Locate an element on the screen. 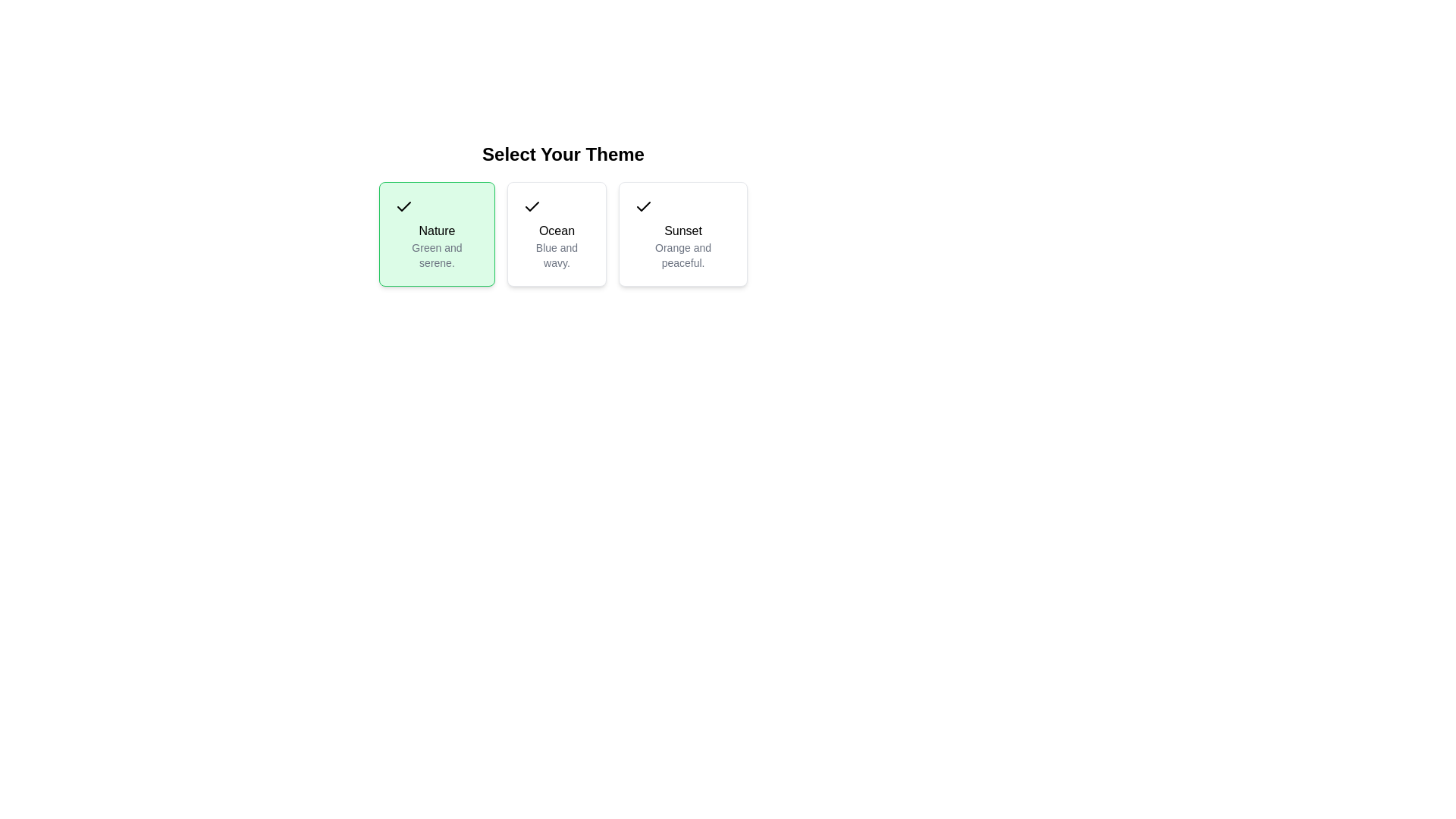 The width and height of the screenshot is (1456, 819). the SVG checkmark icon that indicates the selected state within the 'Nature Green and serene.' theme card located in the left section of the page is located at coordinates (403, 206).